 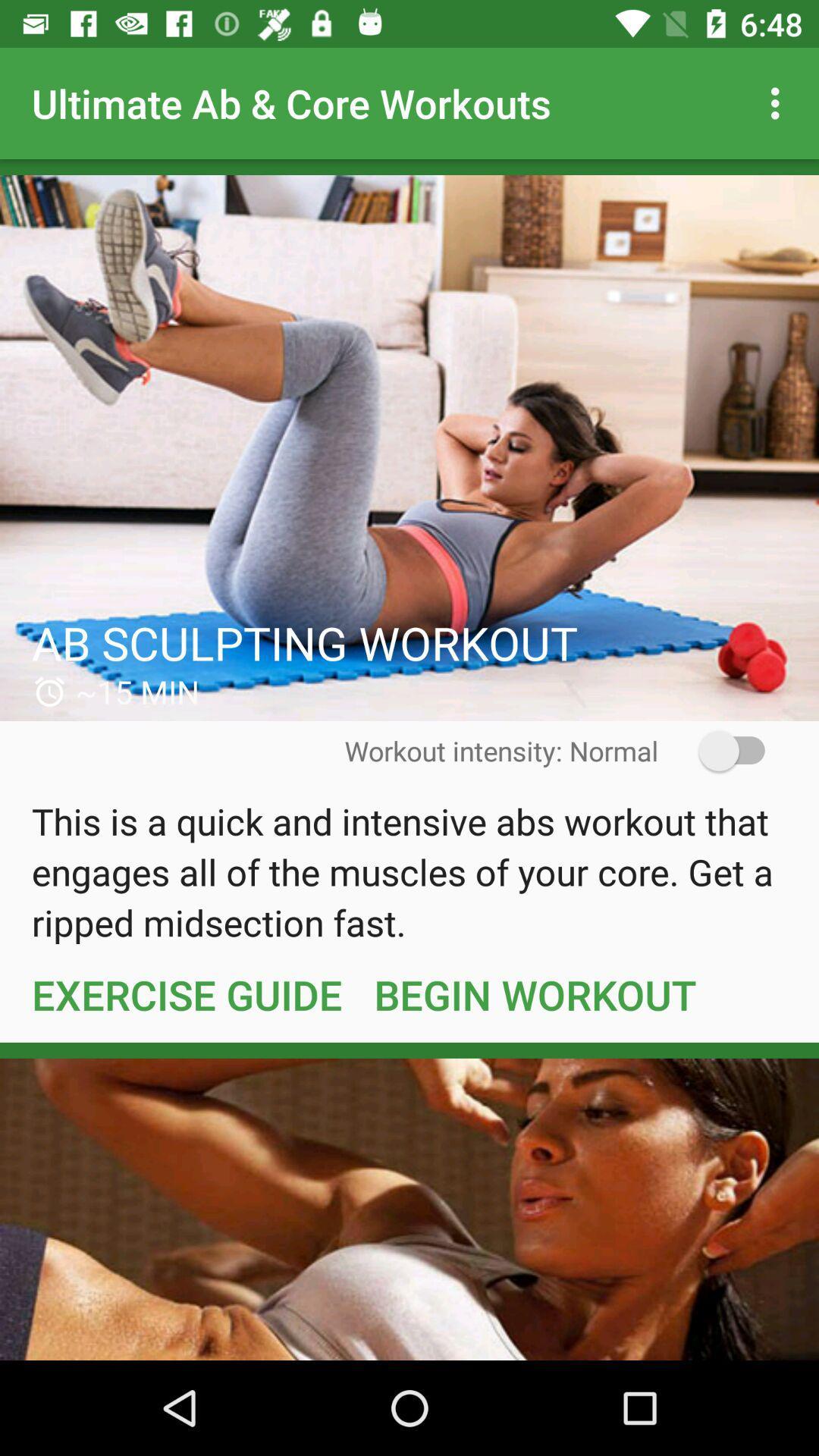 What do you see at coordinates (186, 994) in the screenshot?
I see `icon to the left of the begin workout icon` at bounding box center [186, 994].